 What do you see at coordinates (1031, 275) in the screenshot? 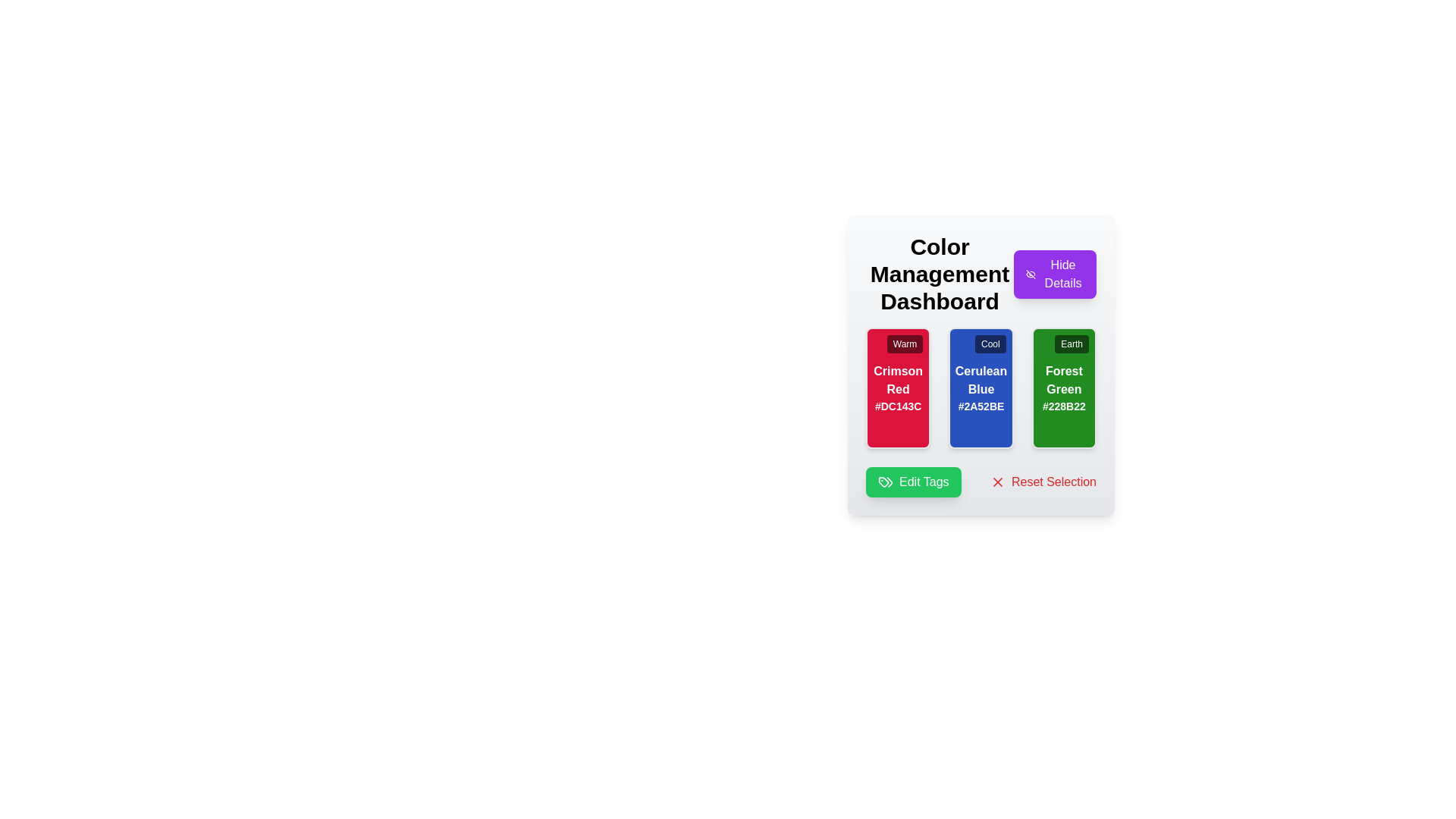
I see `the eye-style icon with a slash that symbolizes the 'hide' functionality, located to the left of the 'Hide Details' button in the Color Management Dashboard interface` at bounding box center [1031, 275].